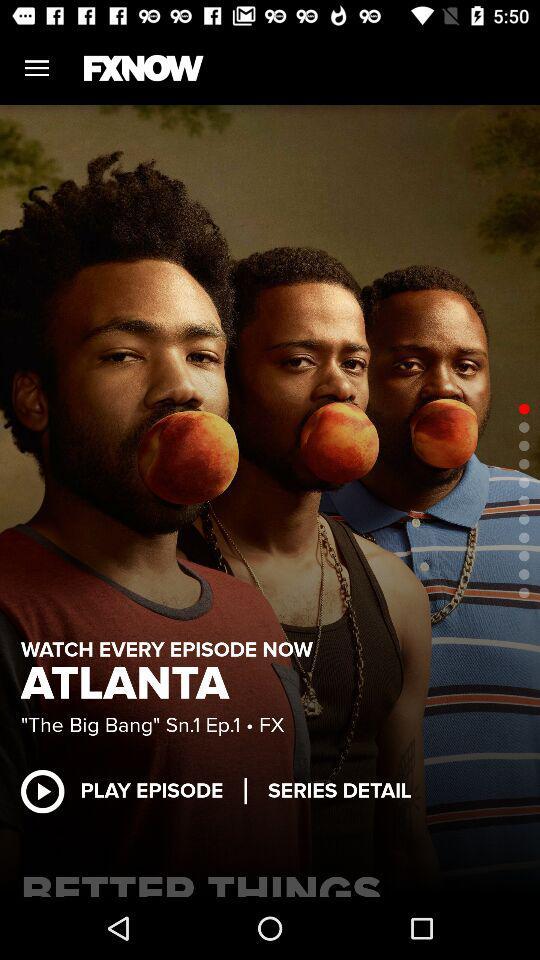 The width and height of the screenshot is (540, 960). Describe the element at coordinates (270, 880) in the screenshot. I see `better things` at that location.